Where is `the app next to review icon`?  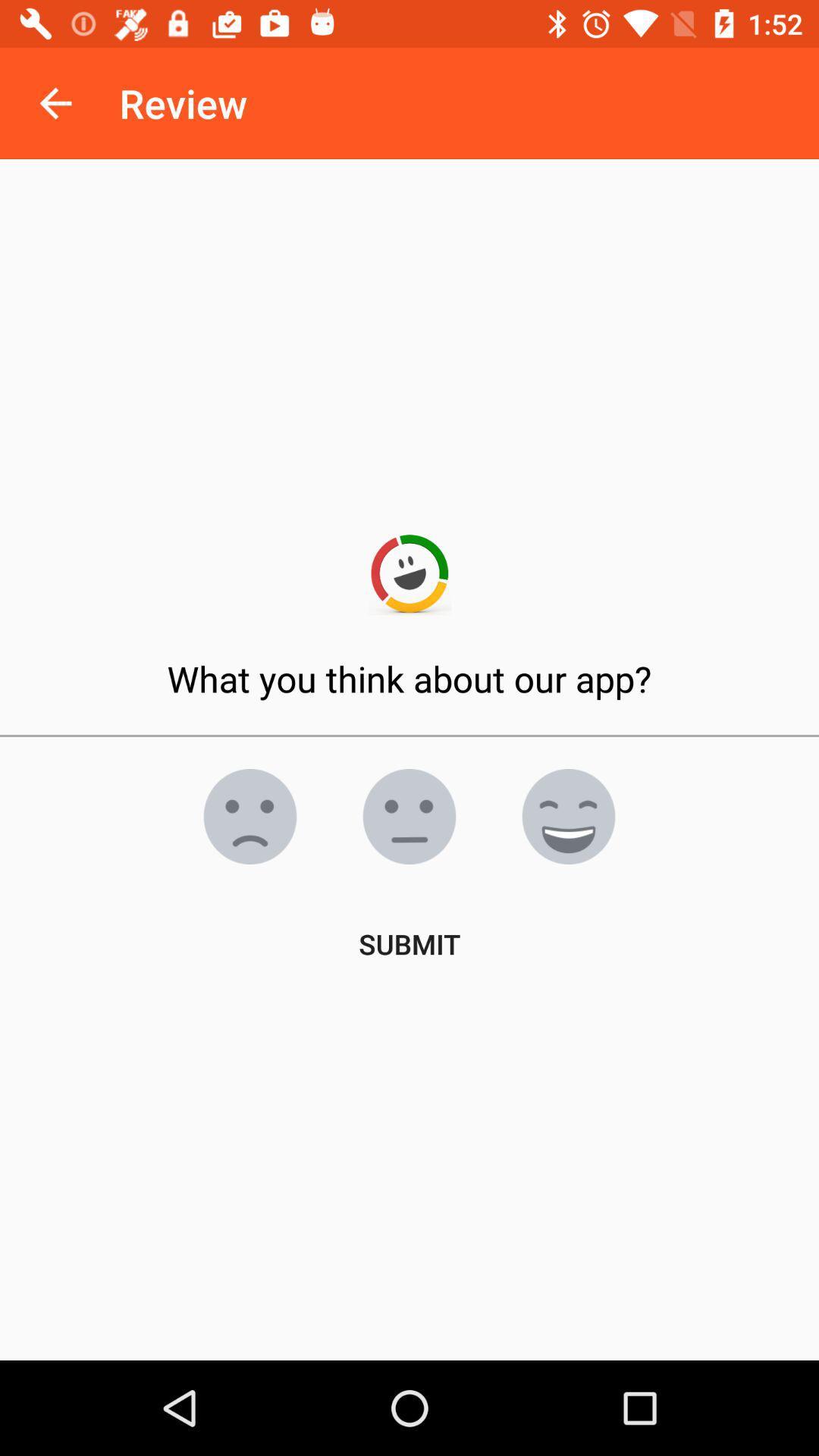 the app next to review icon is located at coordinates (55, 102).